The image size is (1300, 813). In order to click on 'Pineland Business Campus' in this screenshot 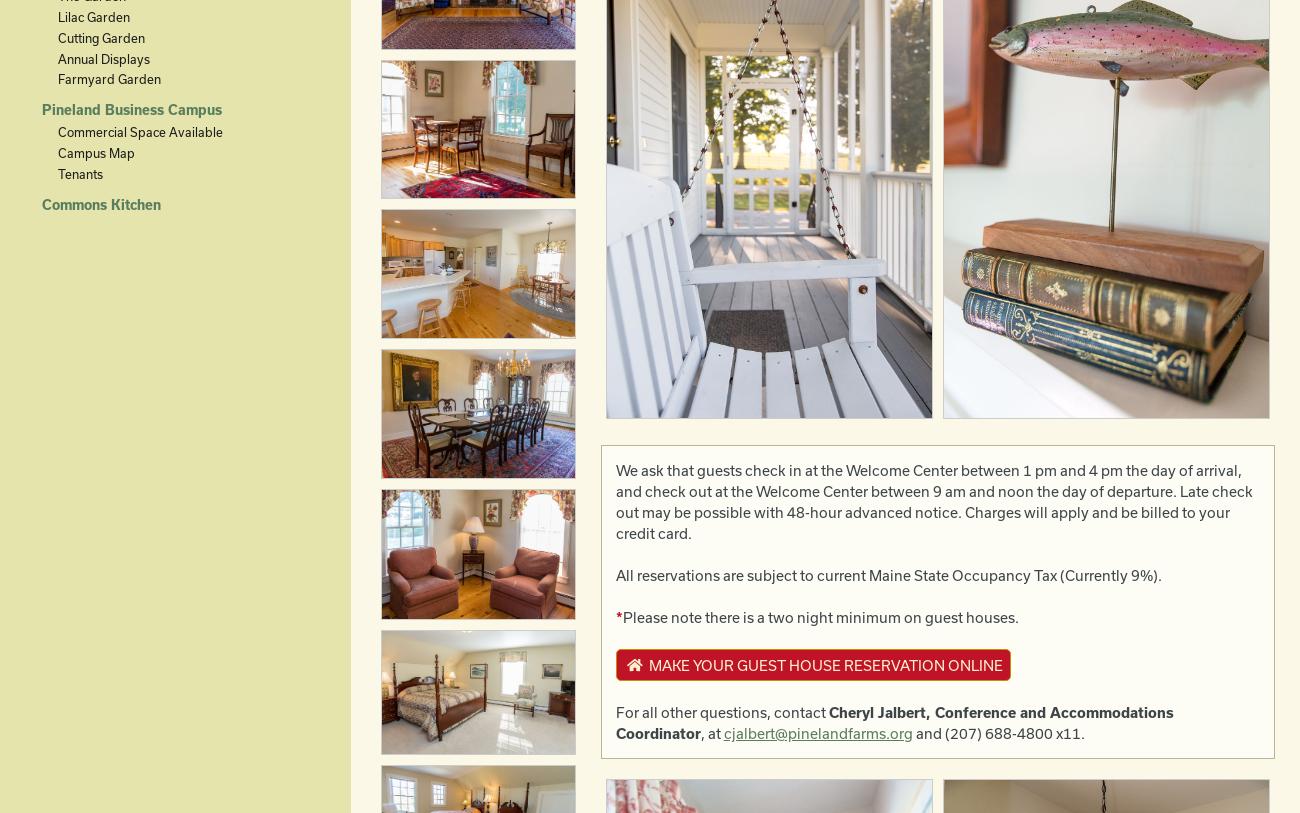, I will do `click(130, 108)`.